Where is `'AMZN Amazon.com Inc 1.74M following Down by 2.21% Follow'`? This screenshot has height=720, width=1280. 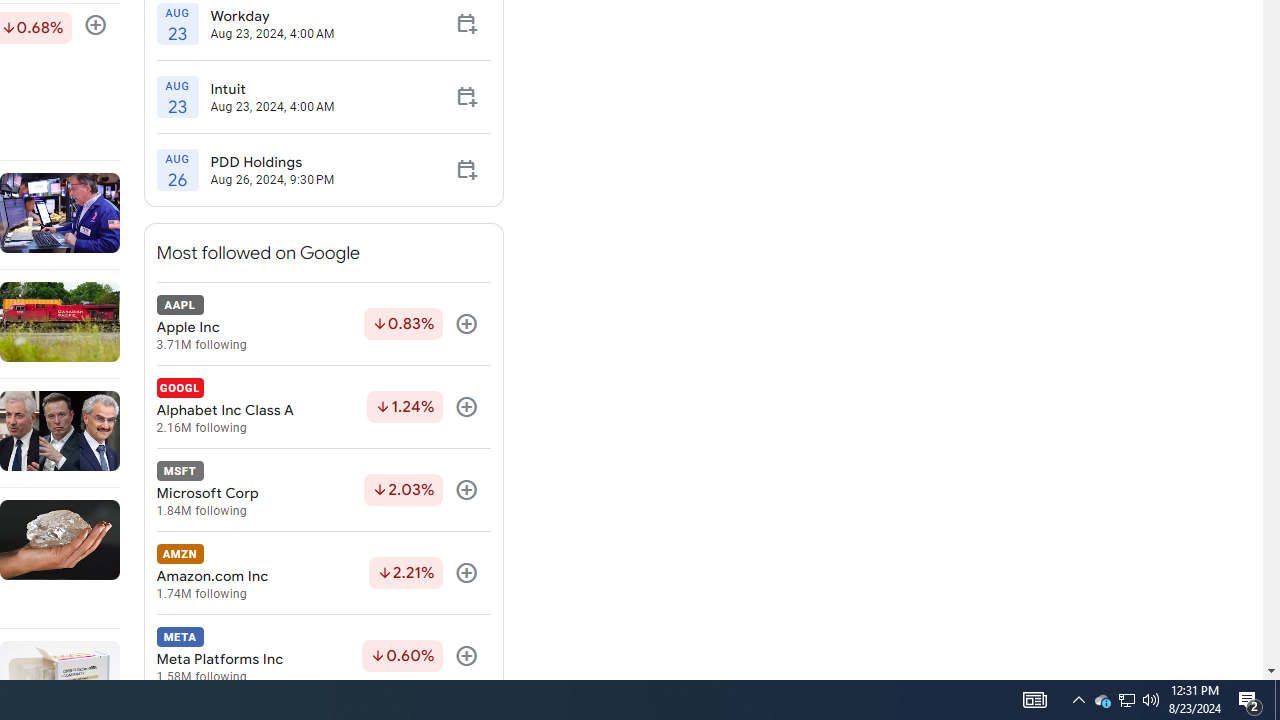 'AMZN Amazon.com Inc 1.74M following Down by 2.21% Follow' is located at coordinates (323, 573).